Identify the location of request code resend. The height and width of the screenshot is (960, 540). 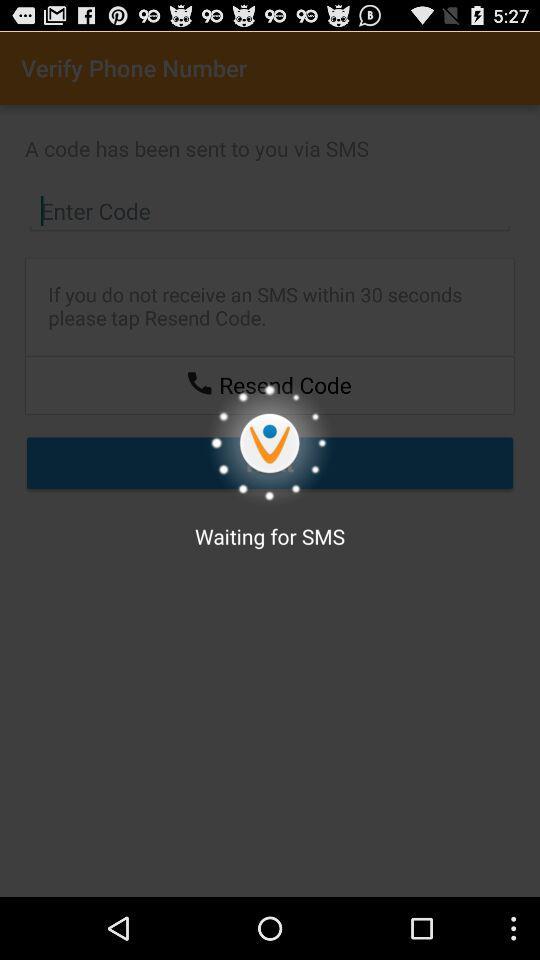
(199, 381).